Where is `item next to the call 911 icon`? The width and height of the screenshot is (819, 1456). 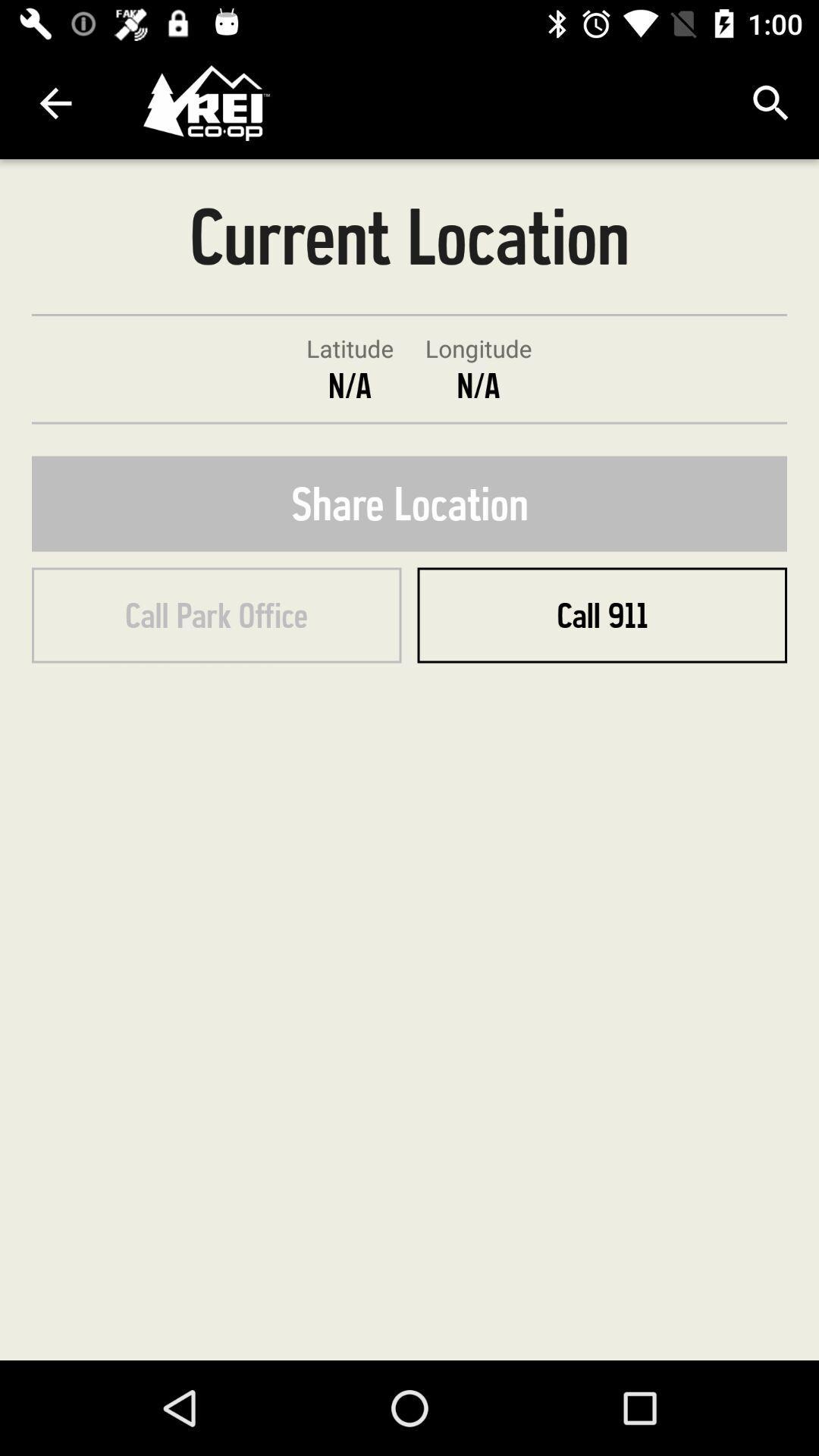
item next to the call 911 icon is located at coordinates (216, 615).